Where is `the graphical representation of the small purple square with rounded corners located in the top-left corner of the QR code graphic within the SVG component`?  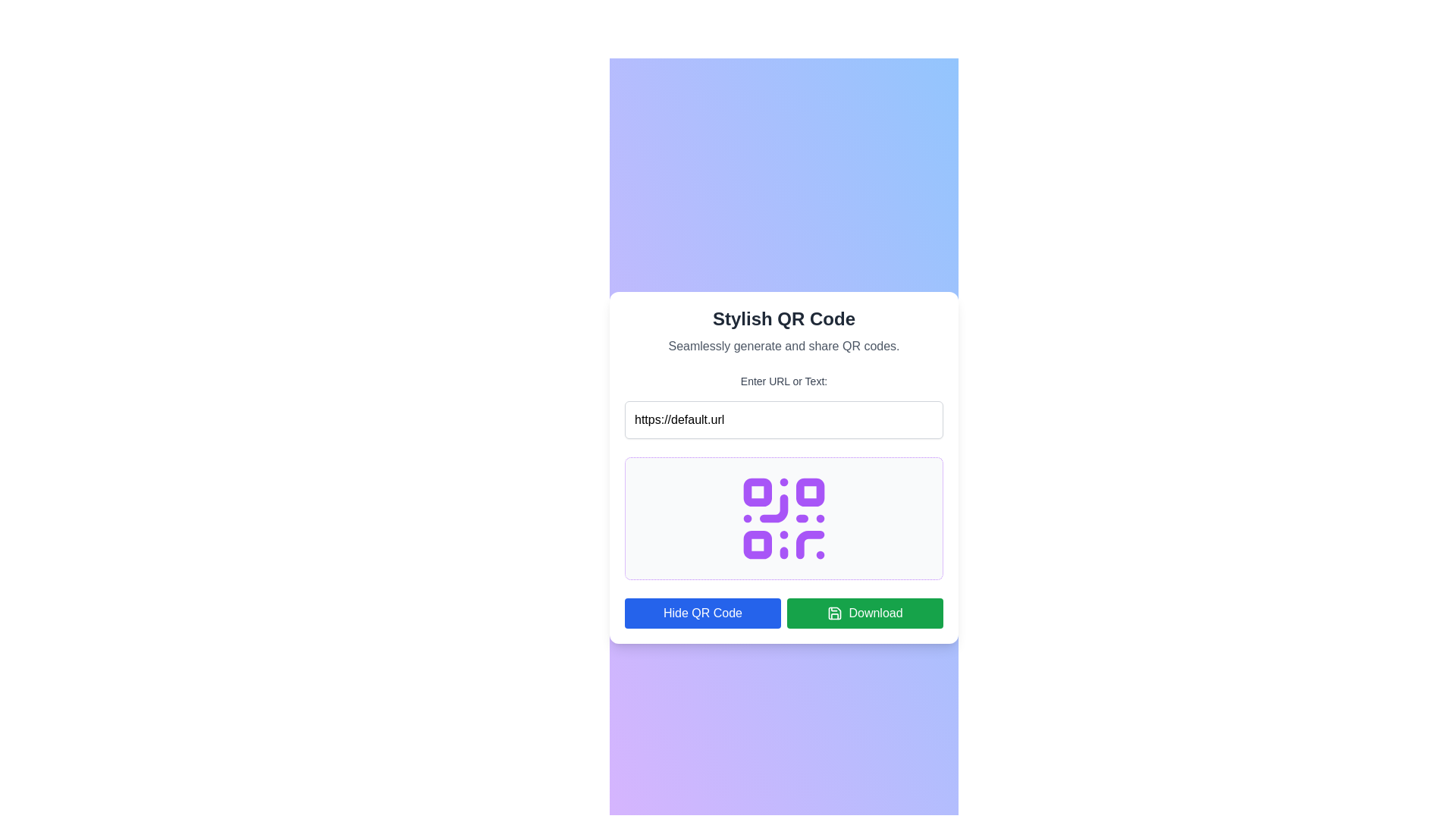 the graphical representation of the small purple square with rounded corners located in the top-left corner of the QR code graphic within the SVG component is located at coordinates (758, 492).